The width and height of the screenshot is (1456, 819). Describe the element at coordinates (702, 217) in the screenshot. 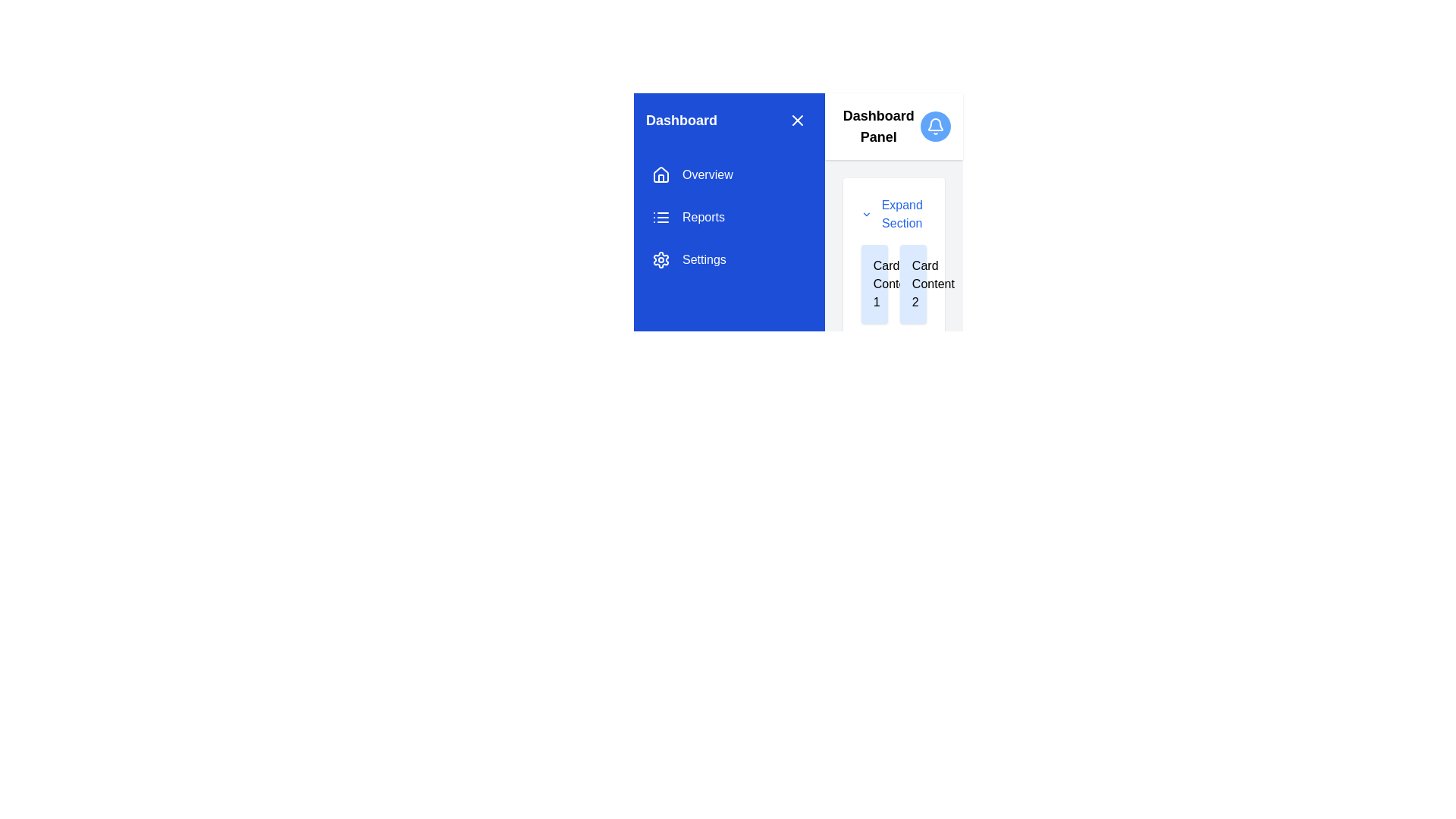

I see `the text label displaying 'Reports' in white, located in the left navigation menu between 'Overview' and 'Settings'` at that location.